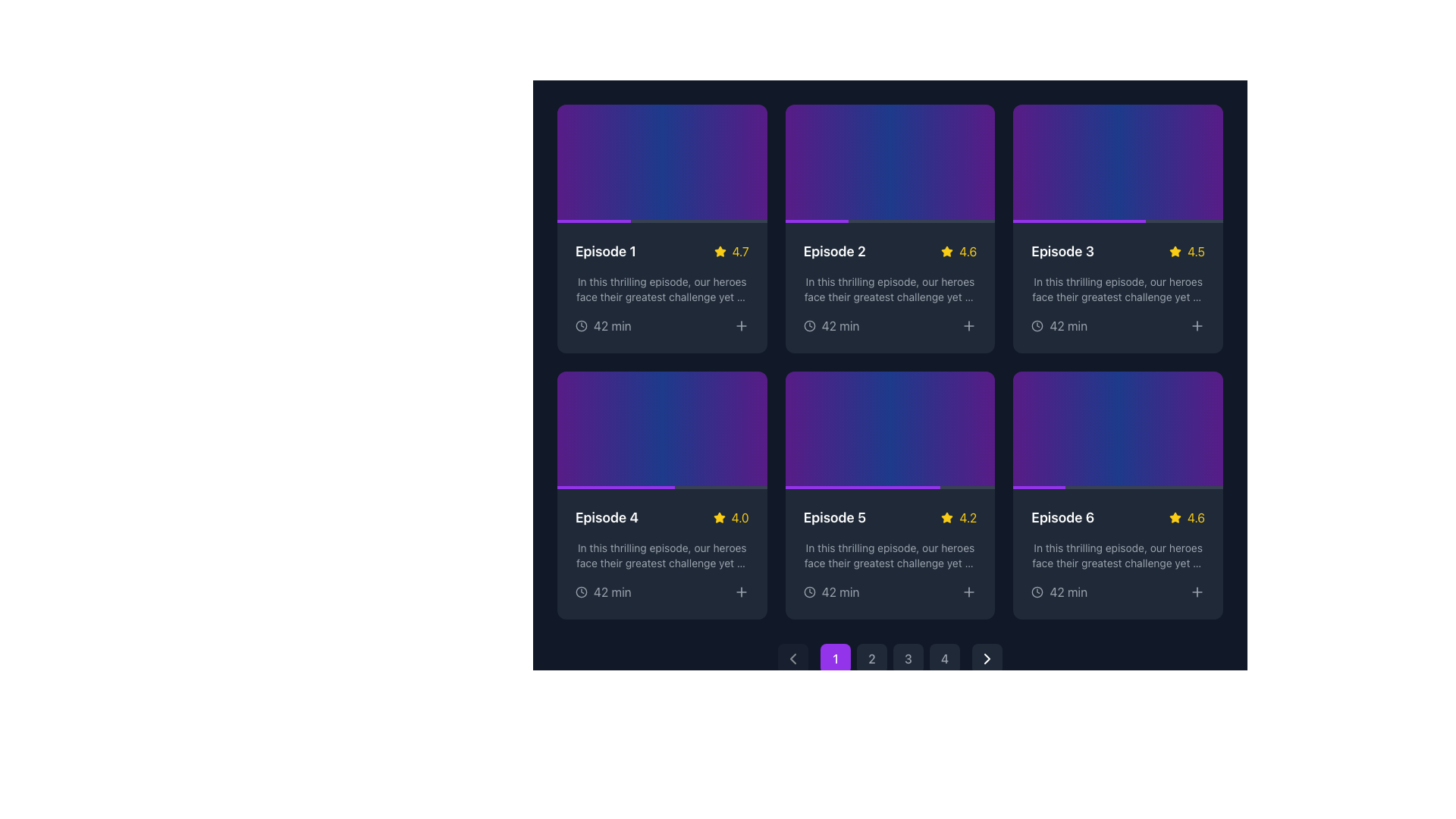  What do you see at coordinates (602, 591) in the screenshot?
I see `the informational label indicating the duration of 'Episode 4', located in the summary section at the bottom-left corner of the card` at bounding box center [602, 591].